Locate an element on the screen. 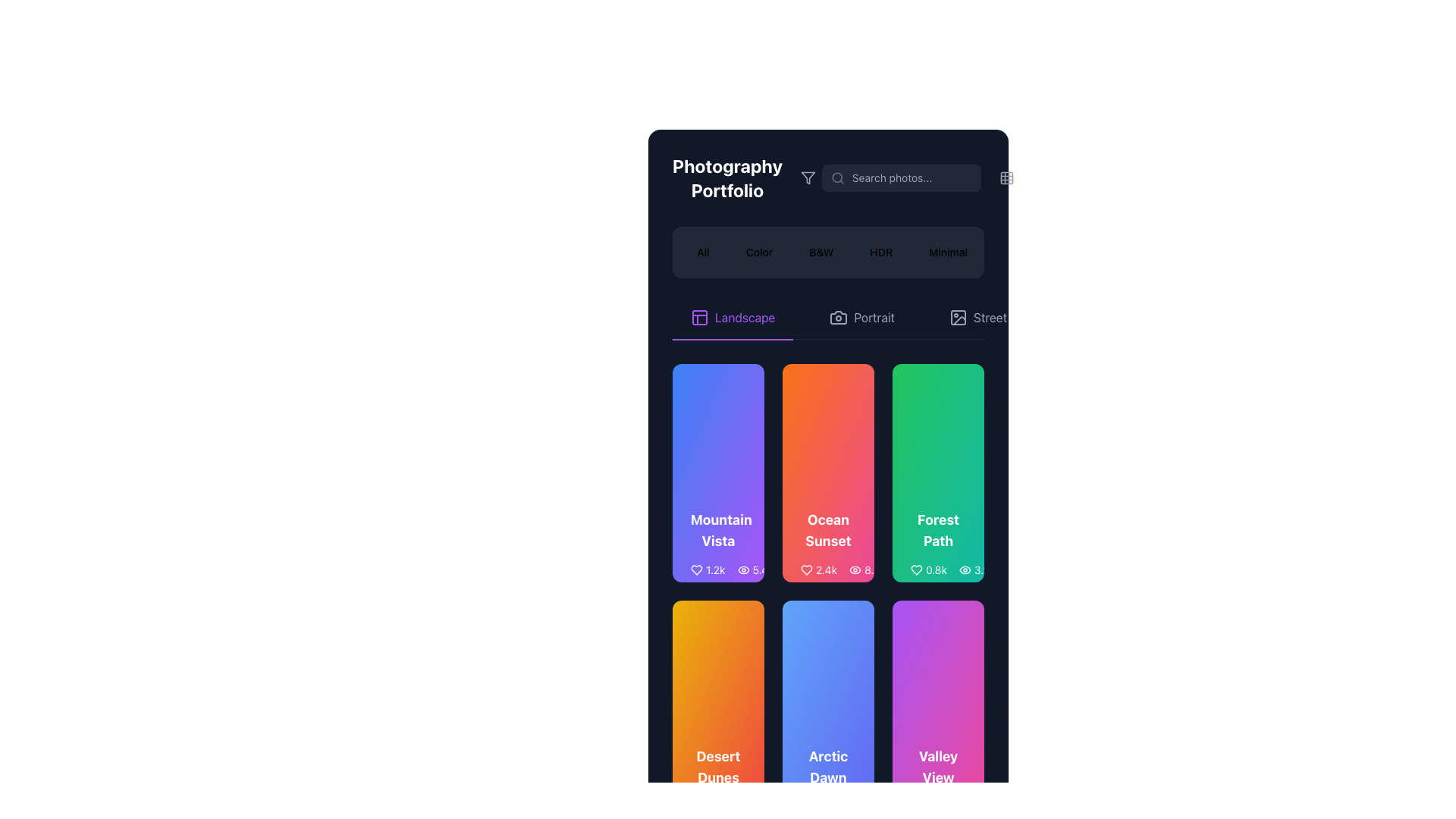 This screenshot has height=819, width=1456. the text label displaying '5.4k', which is styled in white and located below the main title on the second card in the first row of the grid layout is located at coordinates (755, 570).